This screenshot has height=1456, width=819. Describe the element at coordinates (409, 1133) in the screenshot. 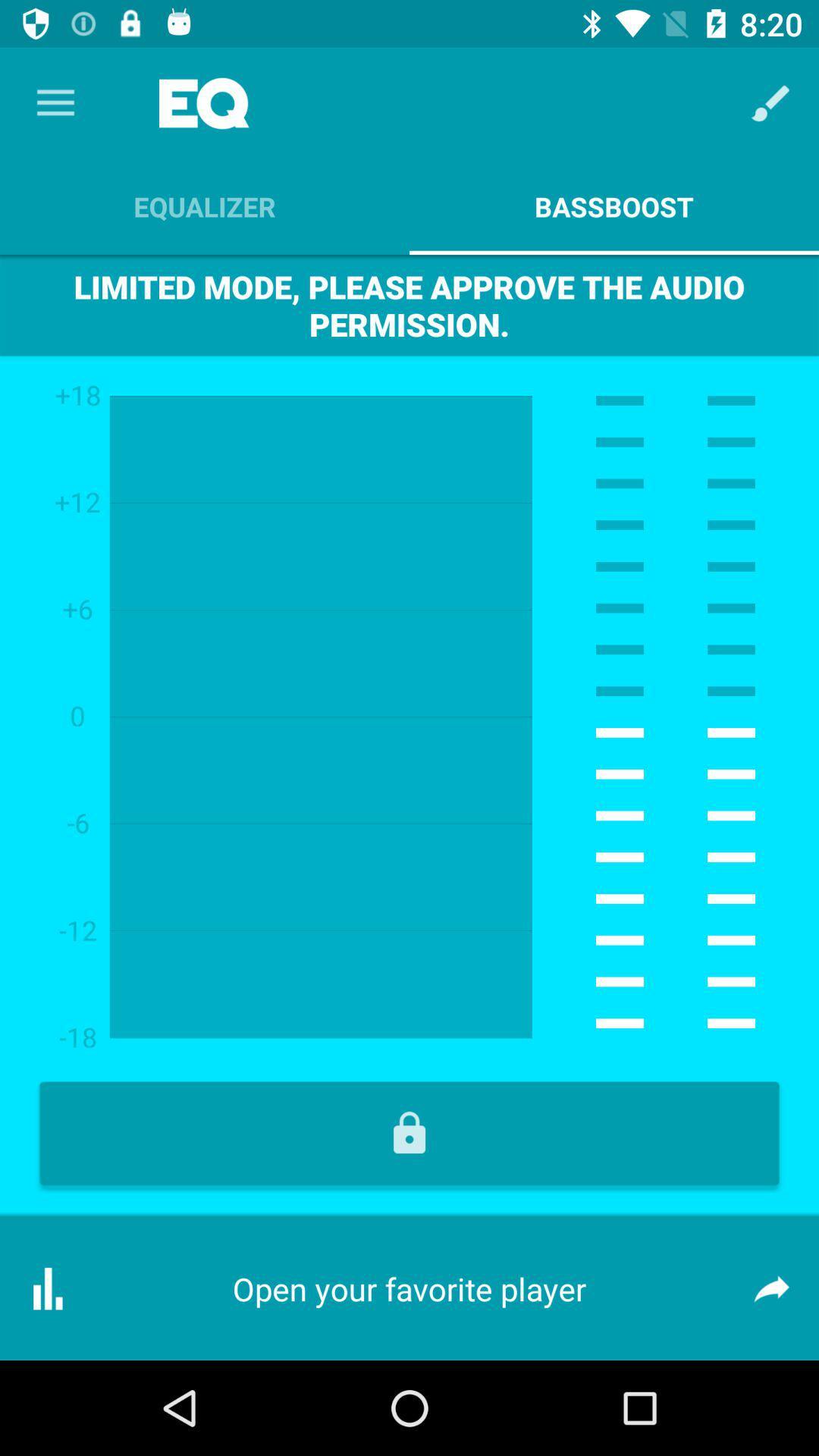

I see `the lock icon which is in the bottom` at that location.